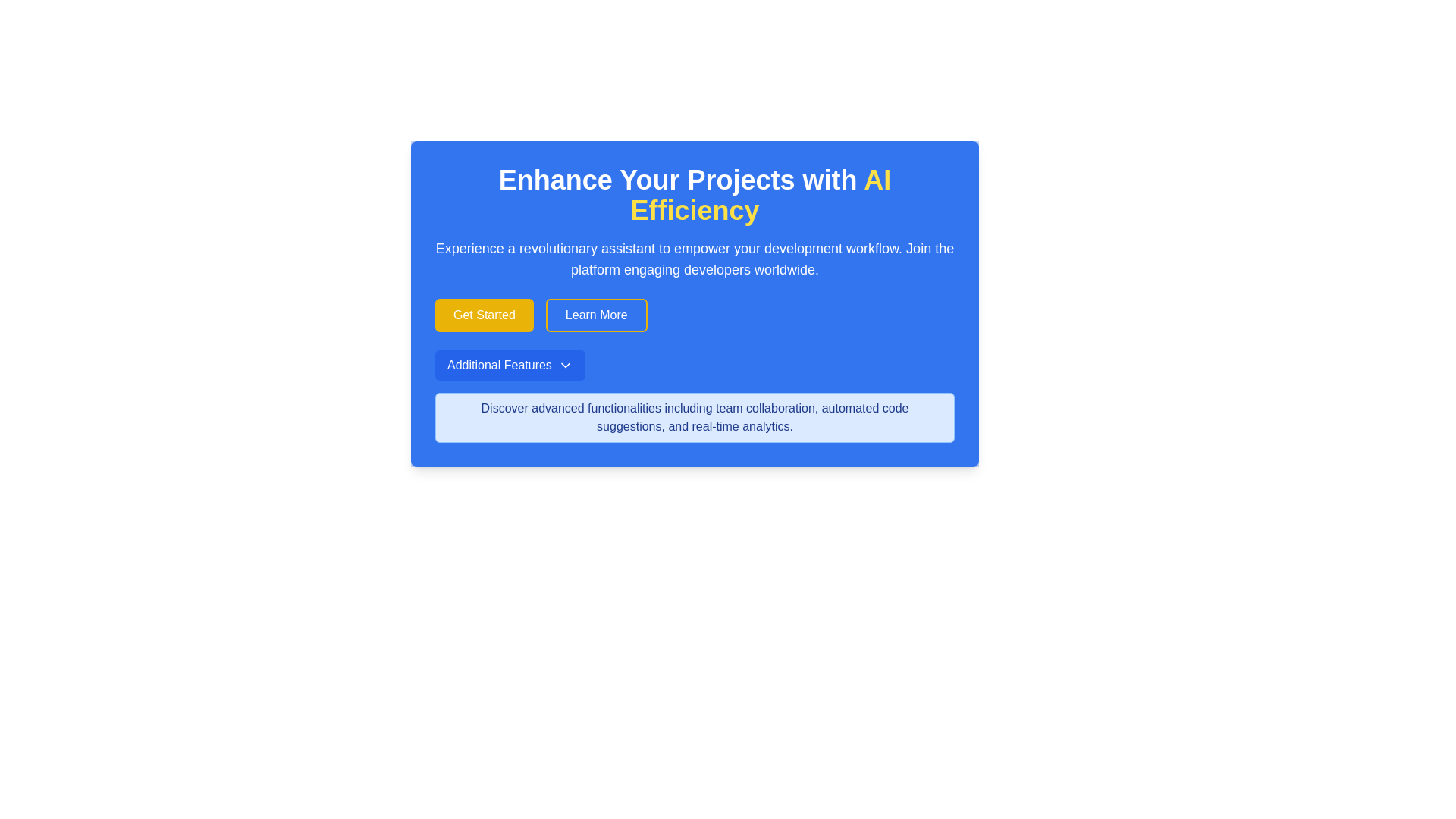 This screenshot has width=1456, height=819. I want to click on the Text Display element located centrally beneath the headline 'Enhance Your Projects with AI Efficiency', which provides additional descriptive content about the platform's benefits and purpose, so click(694, 259).